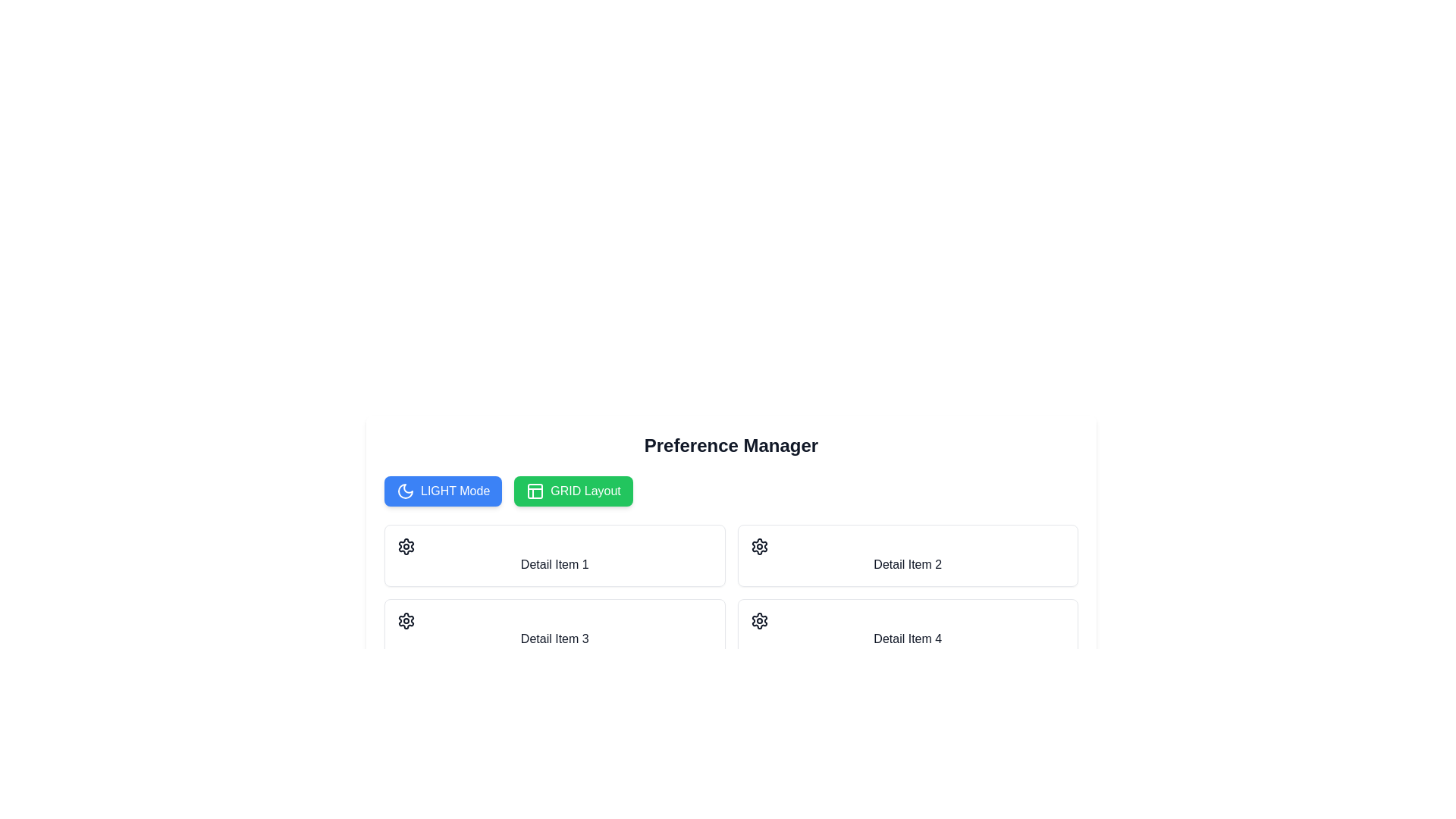  What do you see at coordinates (405, 491) in the screenshot?
I see `the crescent moon-shaped icon located in the top-left portion of the interface, adjacent to the 'LIGHT Mode' button` at bounding box center [405, 491].